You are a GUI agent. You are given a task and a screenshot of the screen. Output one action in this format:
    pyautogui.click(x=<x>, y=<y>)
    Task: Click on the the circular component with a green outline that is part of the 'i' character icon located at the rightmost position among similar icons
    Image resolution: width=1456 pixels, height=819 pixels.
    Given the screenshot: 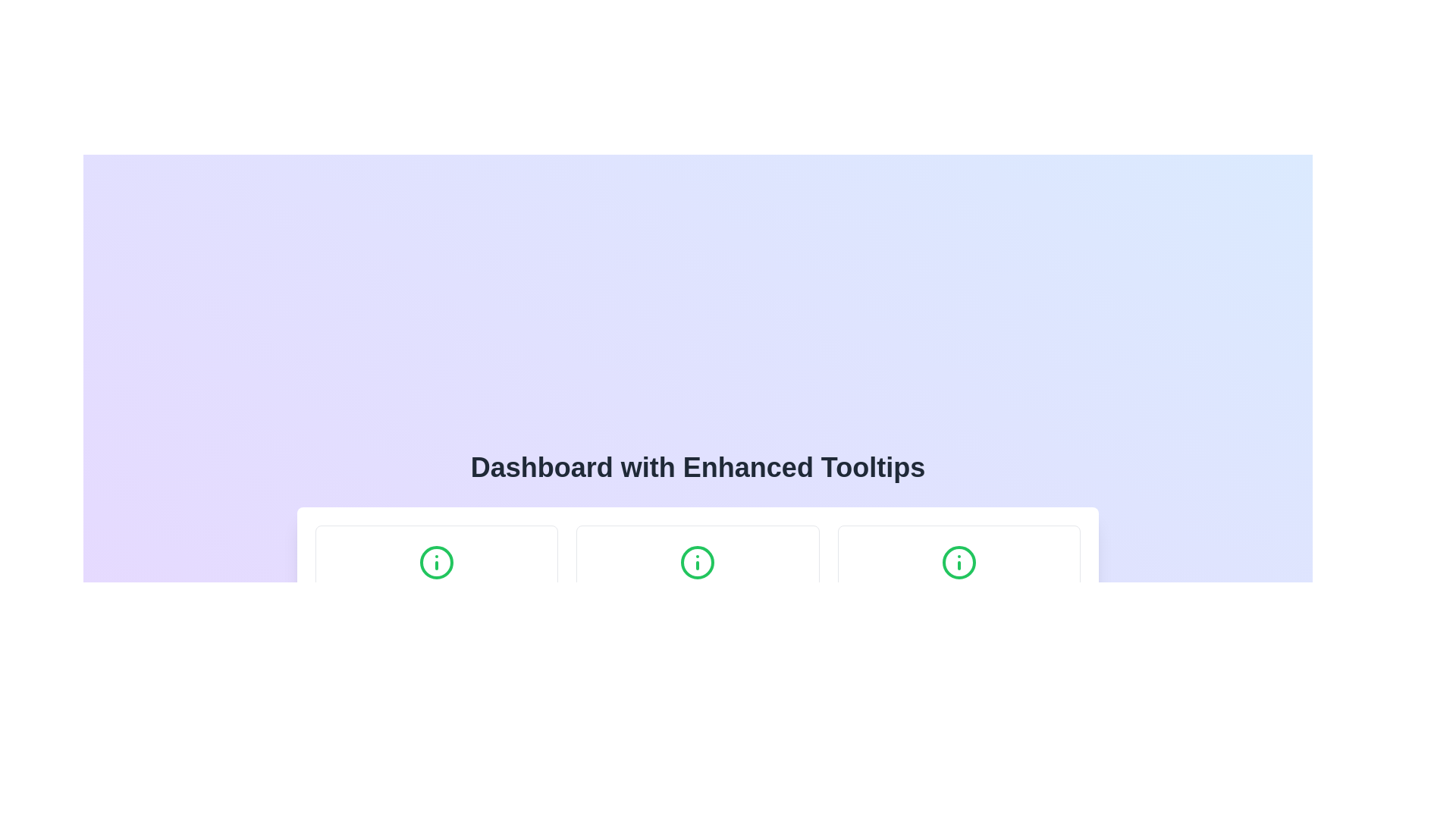 What is the action you would take?
    pyautogui.click(x=958, y=562)
    